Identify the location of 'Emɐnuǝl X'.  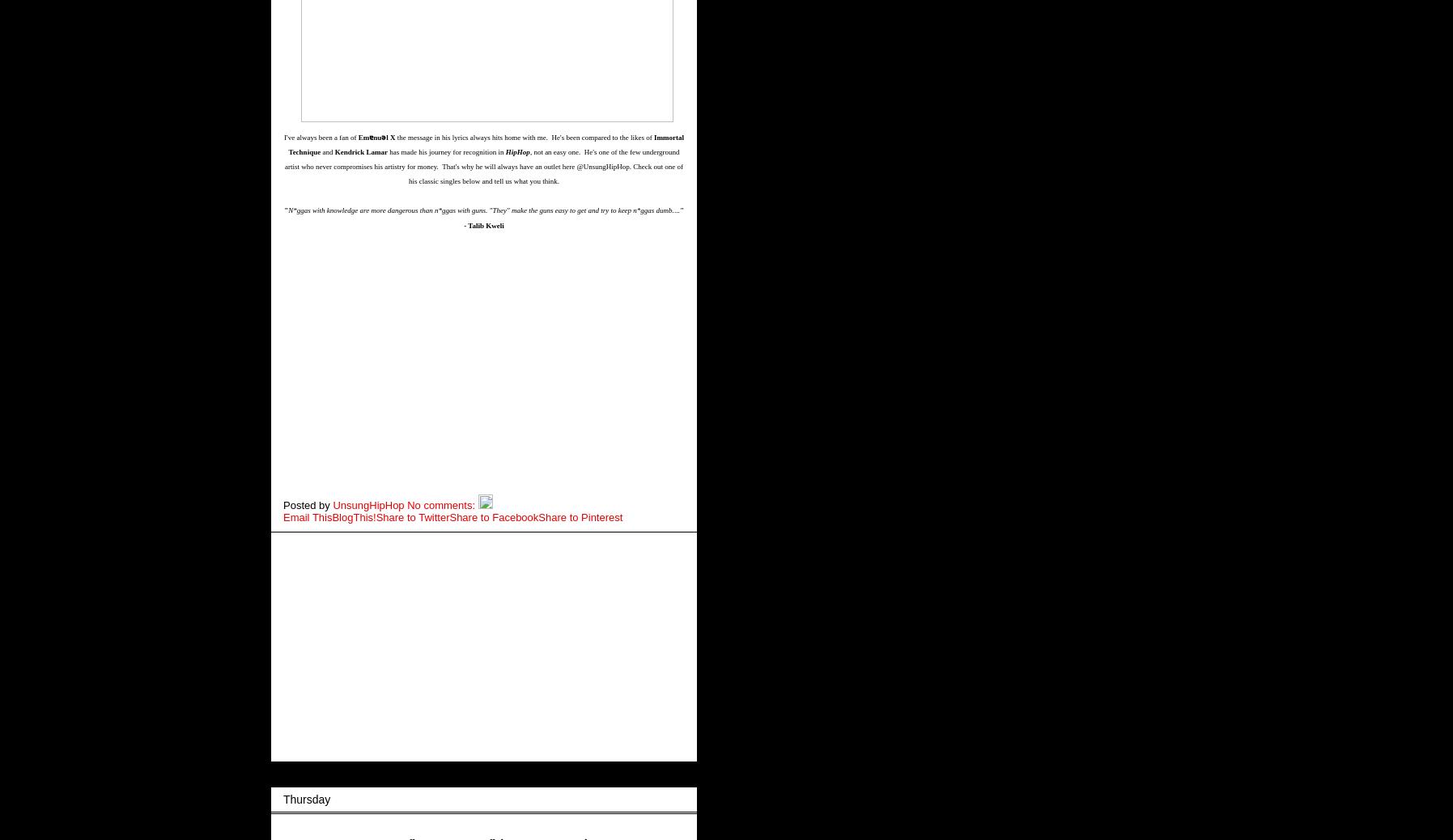
(376, 135).